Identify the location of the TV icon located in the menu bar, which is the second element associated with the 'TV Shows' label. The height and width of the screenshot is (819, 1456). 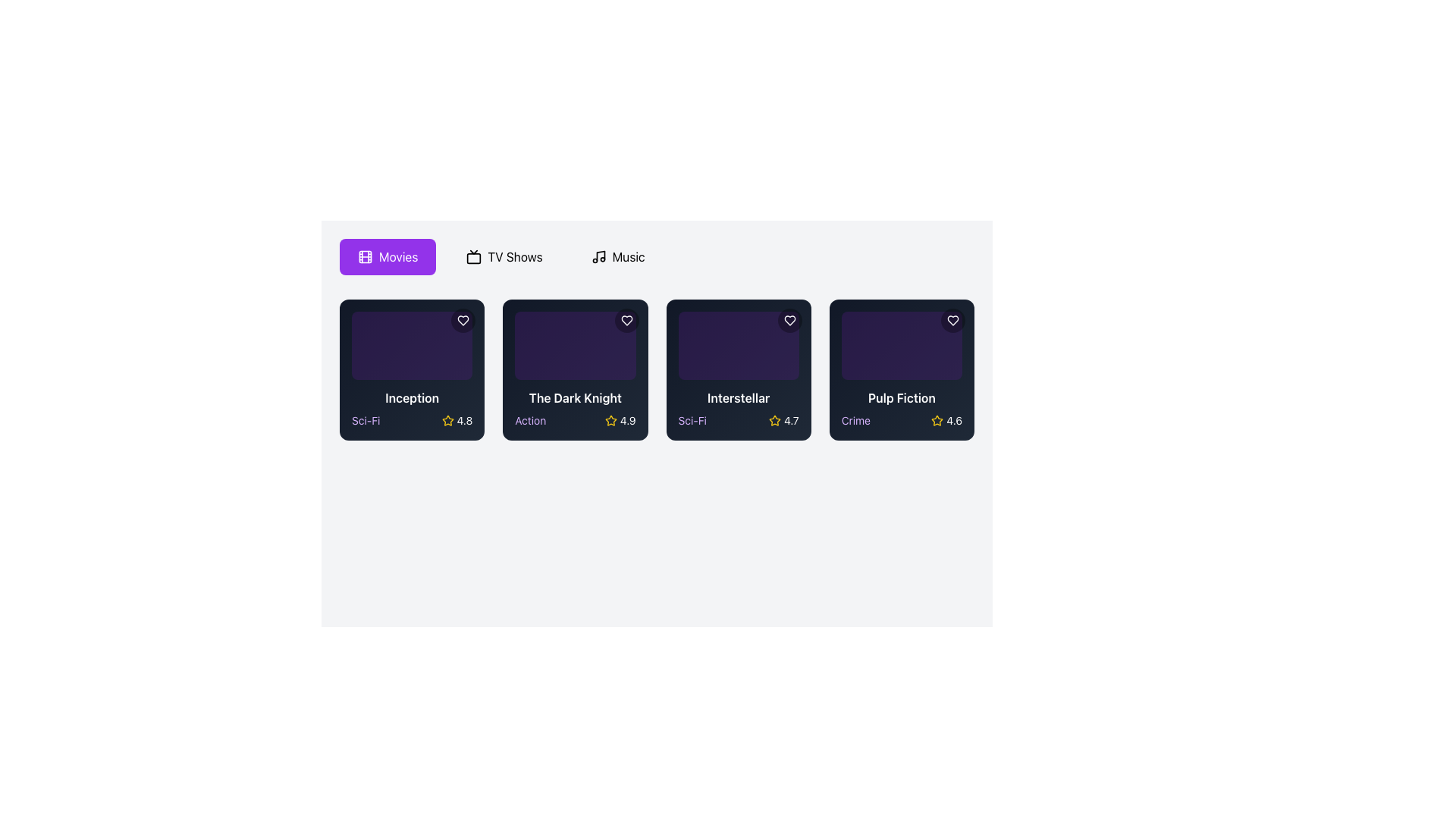
(473, 256).